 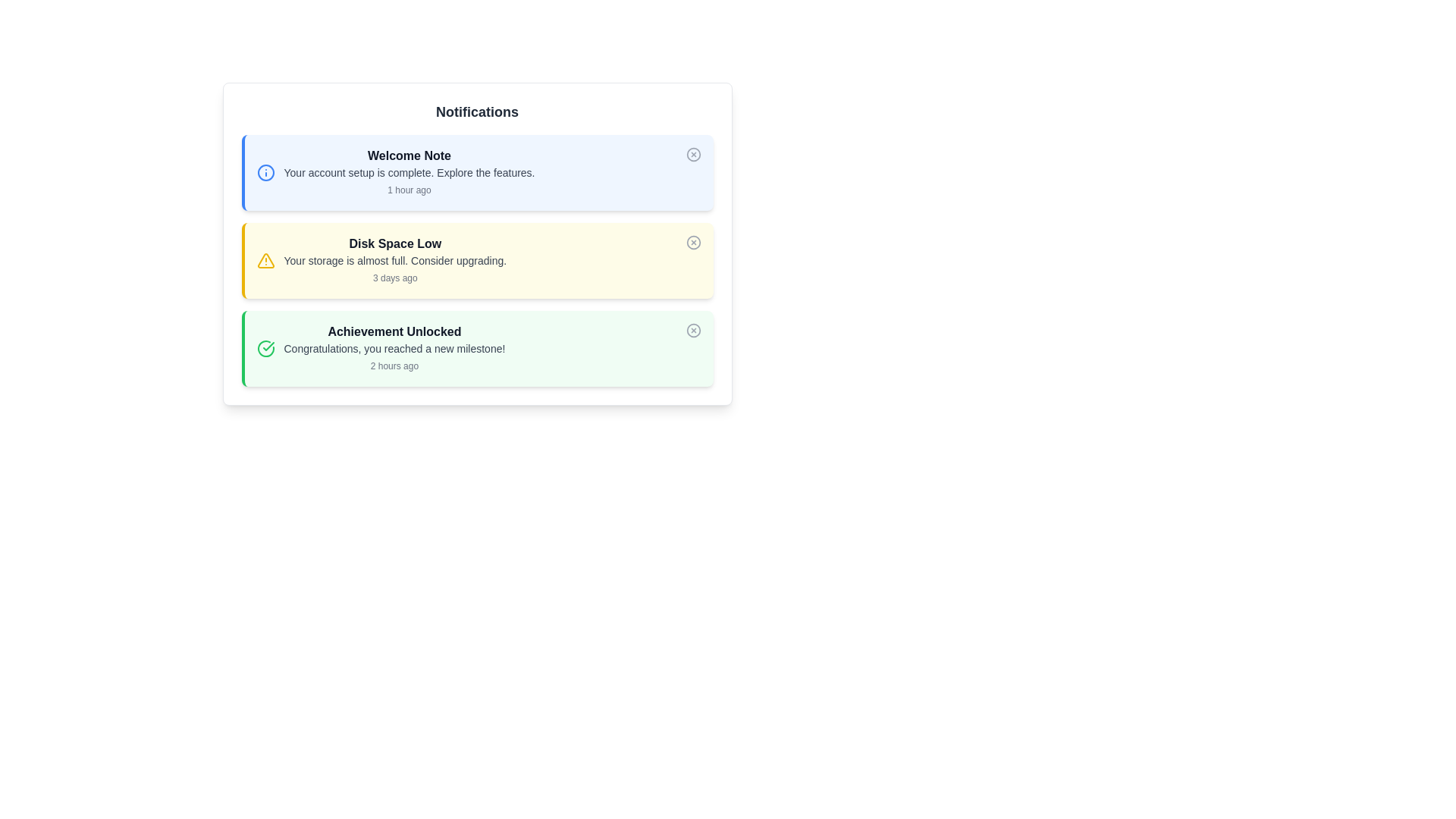 I want to click on the title Text label of the third notification box, which summarizes the notification's purpose, so click(x=394, y=331).